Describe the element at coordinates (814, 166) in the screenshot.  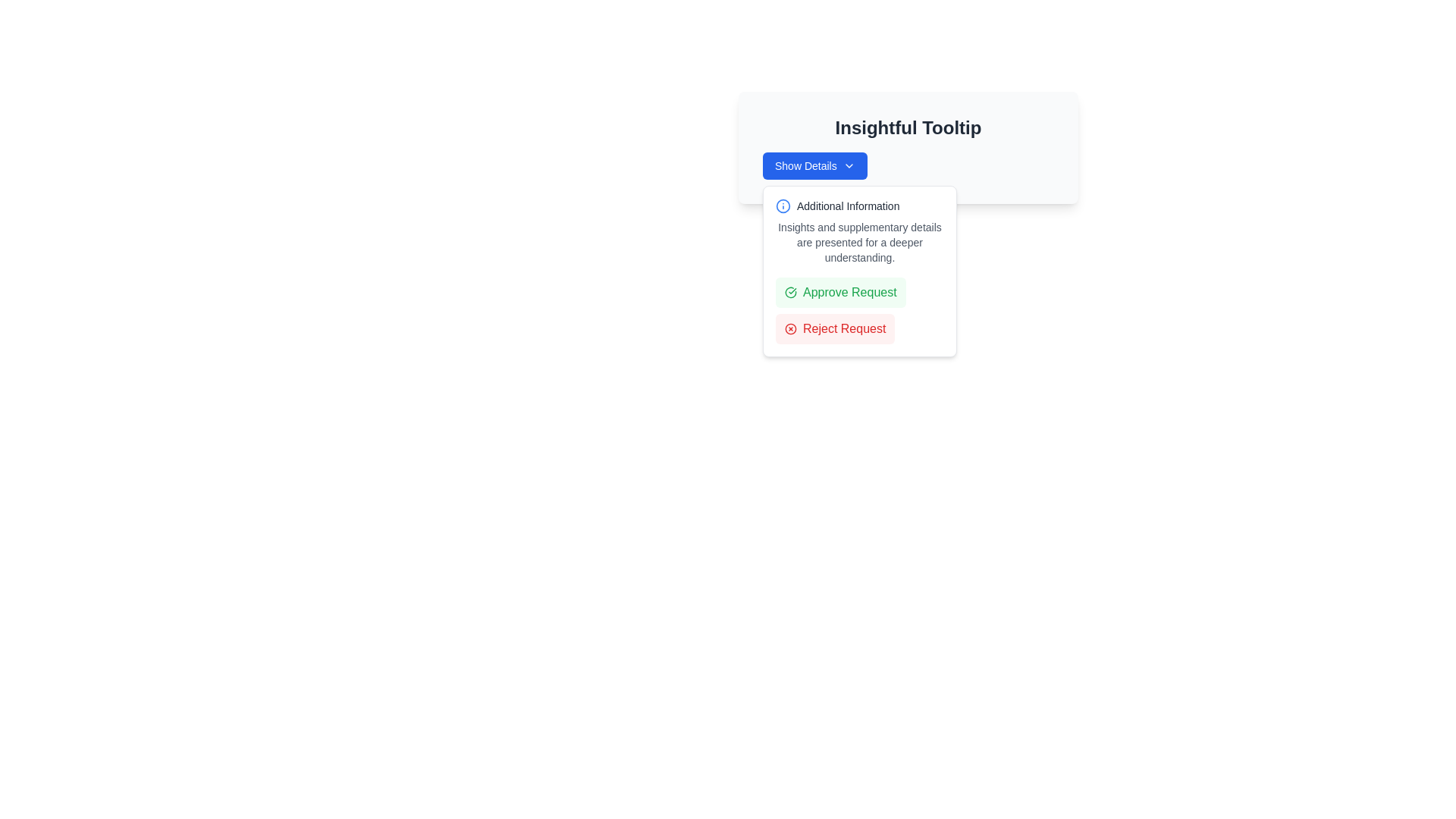
I see `the toggle button located in the top left quadrant of the interface to trigger hover effects, revealing additional options below` at that location.